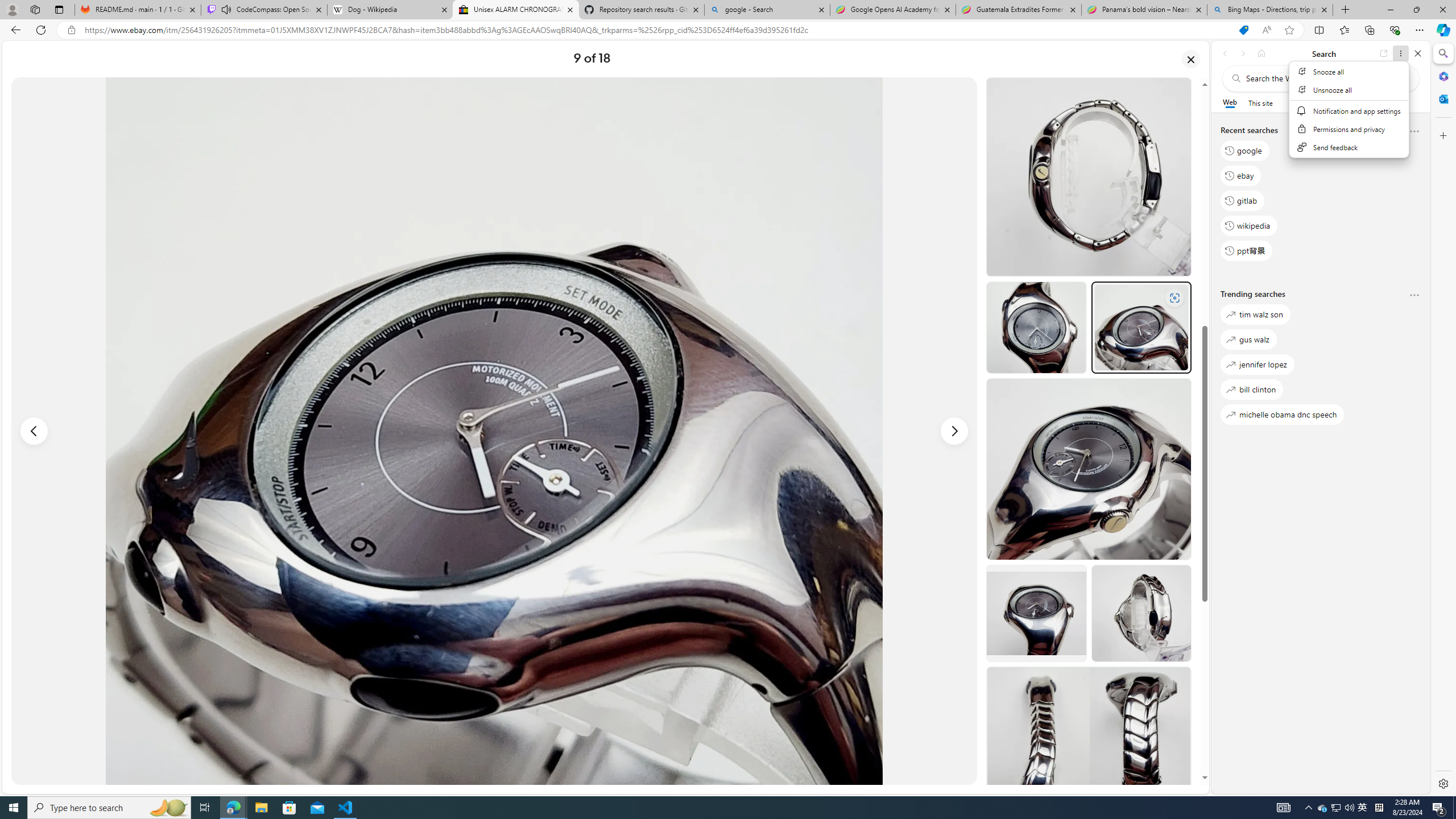 Image resolution: width=1456 pixels, height=819 pixels. What do you see at coordinates (34, 431) in the screenshot?
I see `'Previous image - Item images thumbnails'` at bounding box center [34, 431].